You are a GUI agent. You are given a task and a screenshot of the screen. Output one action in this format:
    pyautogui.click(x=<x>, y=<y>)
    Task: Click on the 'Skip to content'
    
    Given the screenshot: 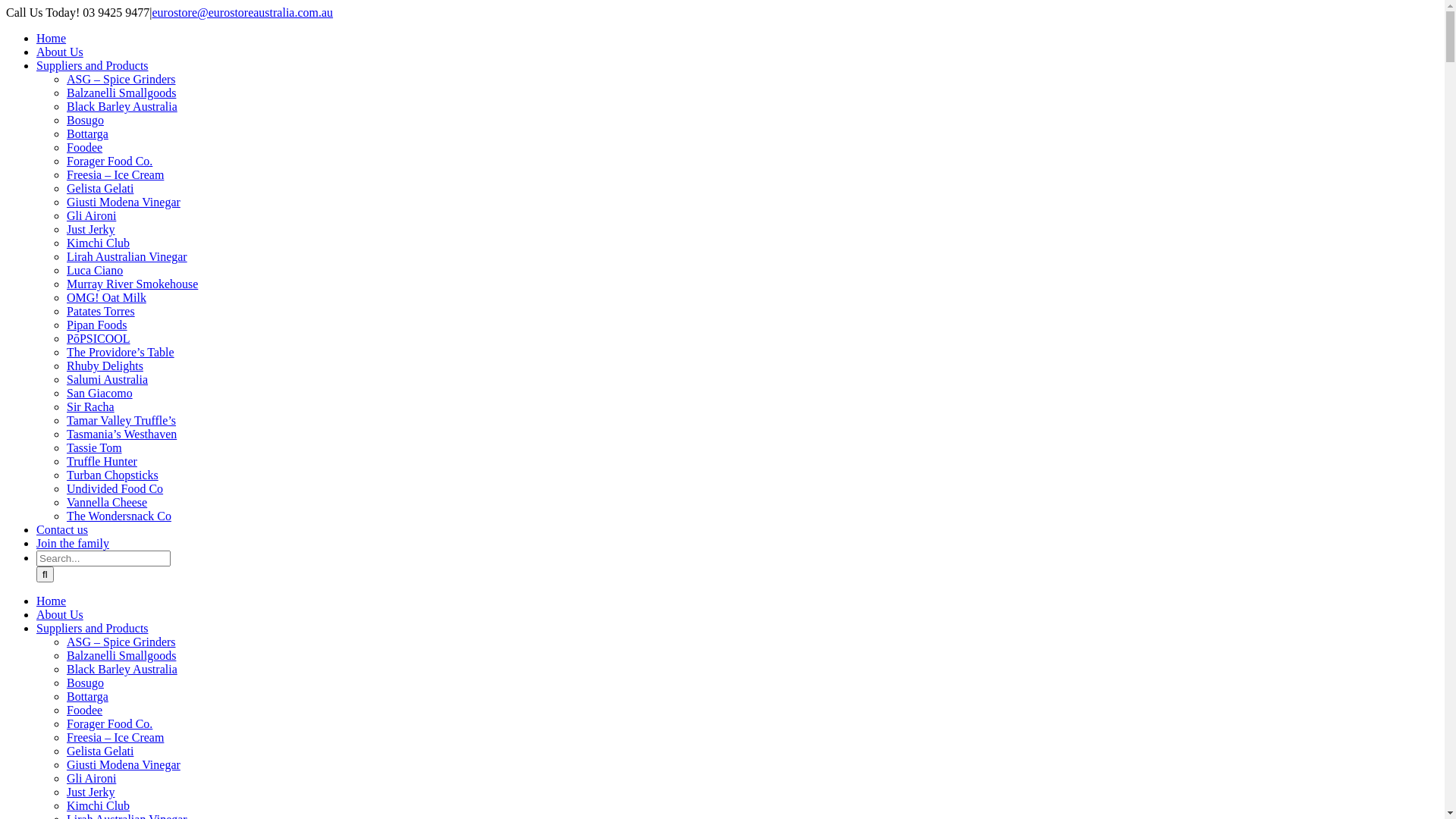 What is the action you would take?
    pyautogui.click(x=5, y=5)
    